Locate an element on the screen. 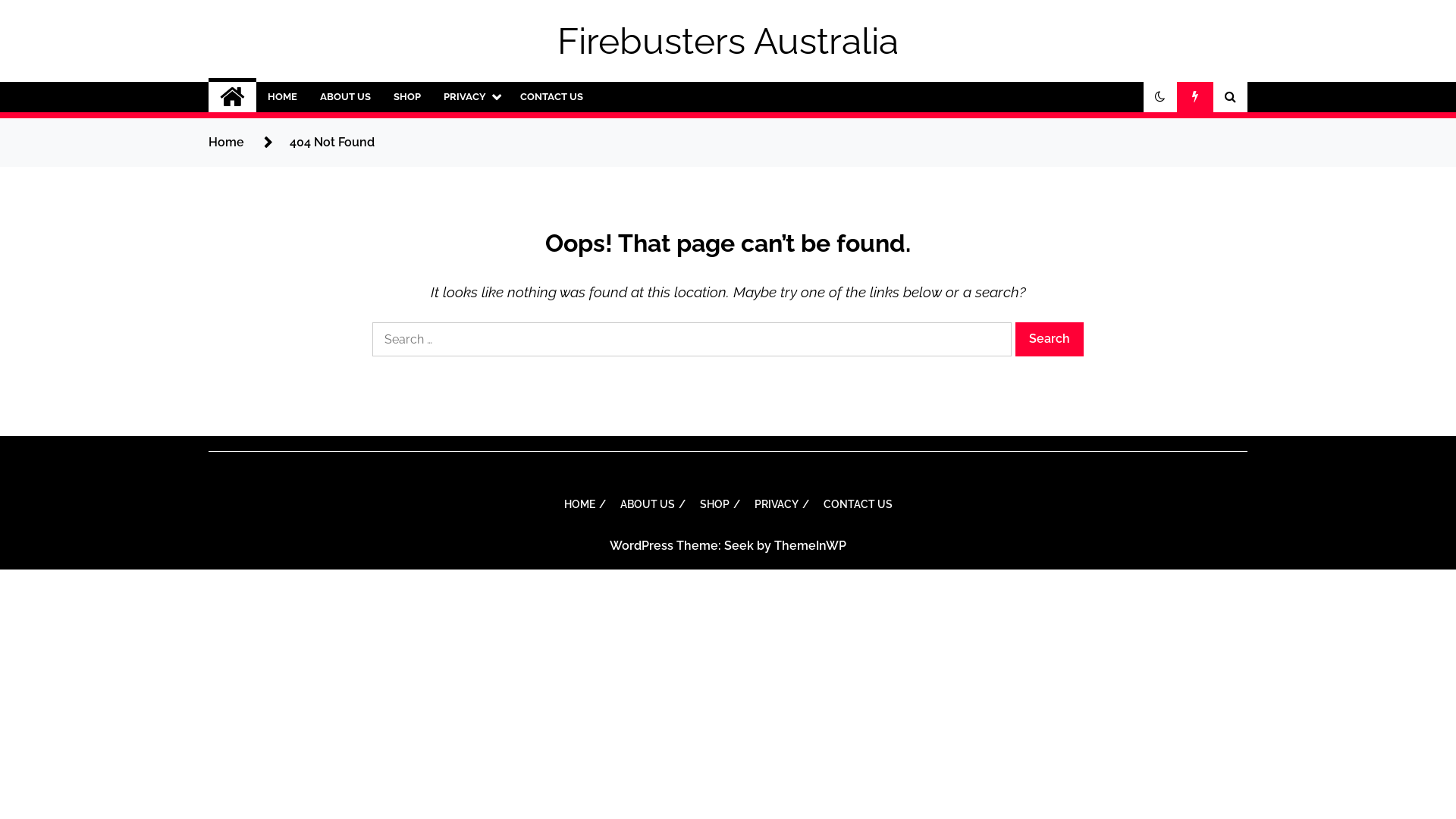  'ABOUT US' is located at coordinates (651, 504).